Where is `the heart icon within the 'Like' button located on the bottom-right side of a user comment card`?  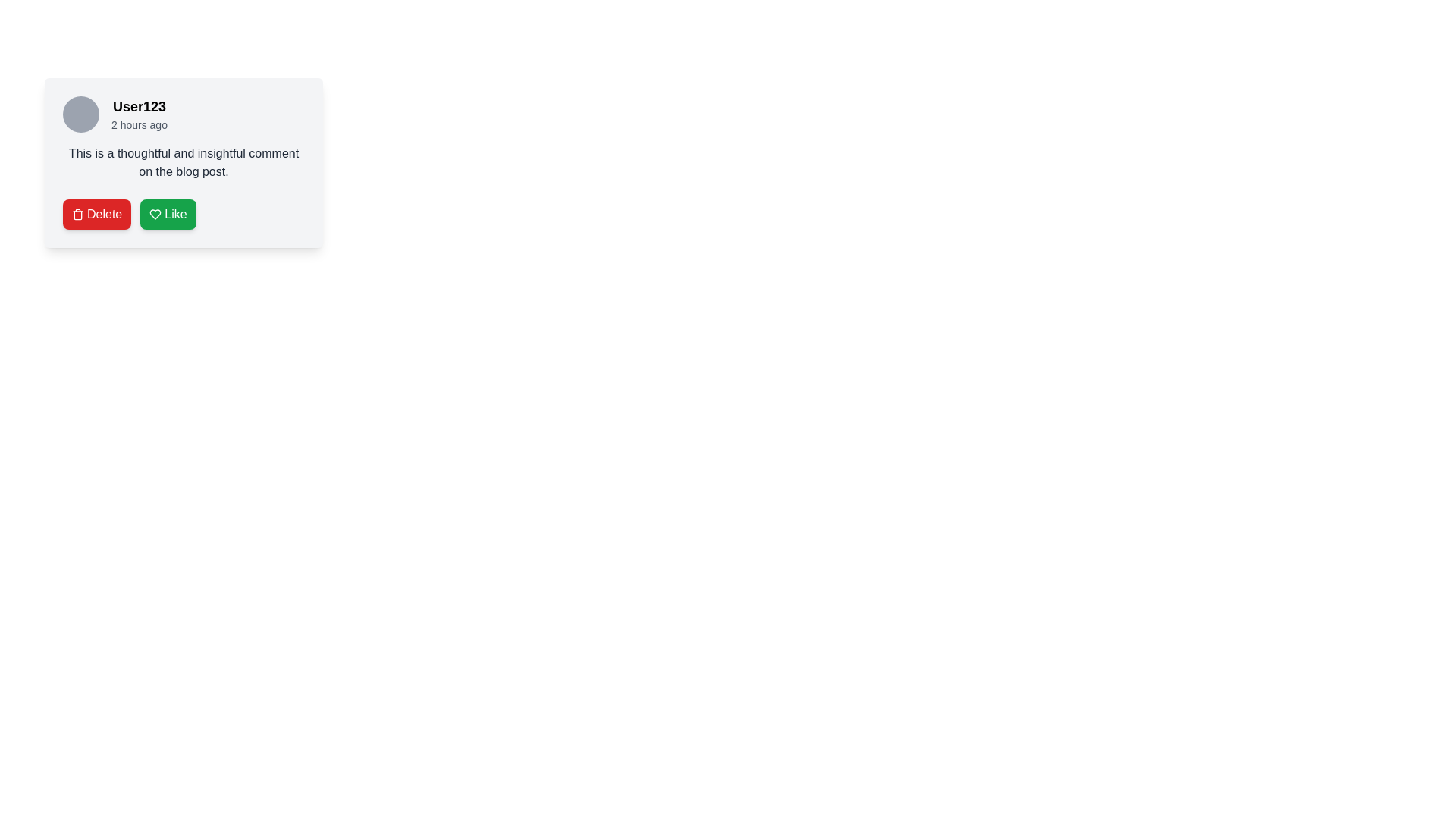
the heart icon within the 'Like' button located on the bottom-right side of a user comment card is located at coordinates (155, 214).